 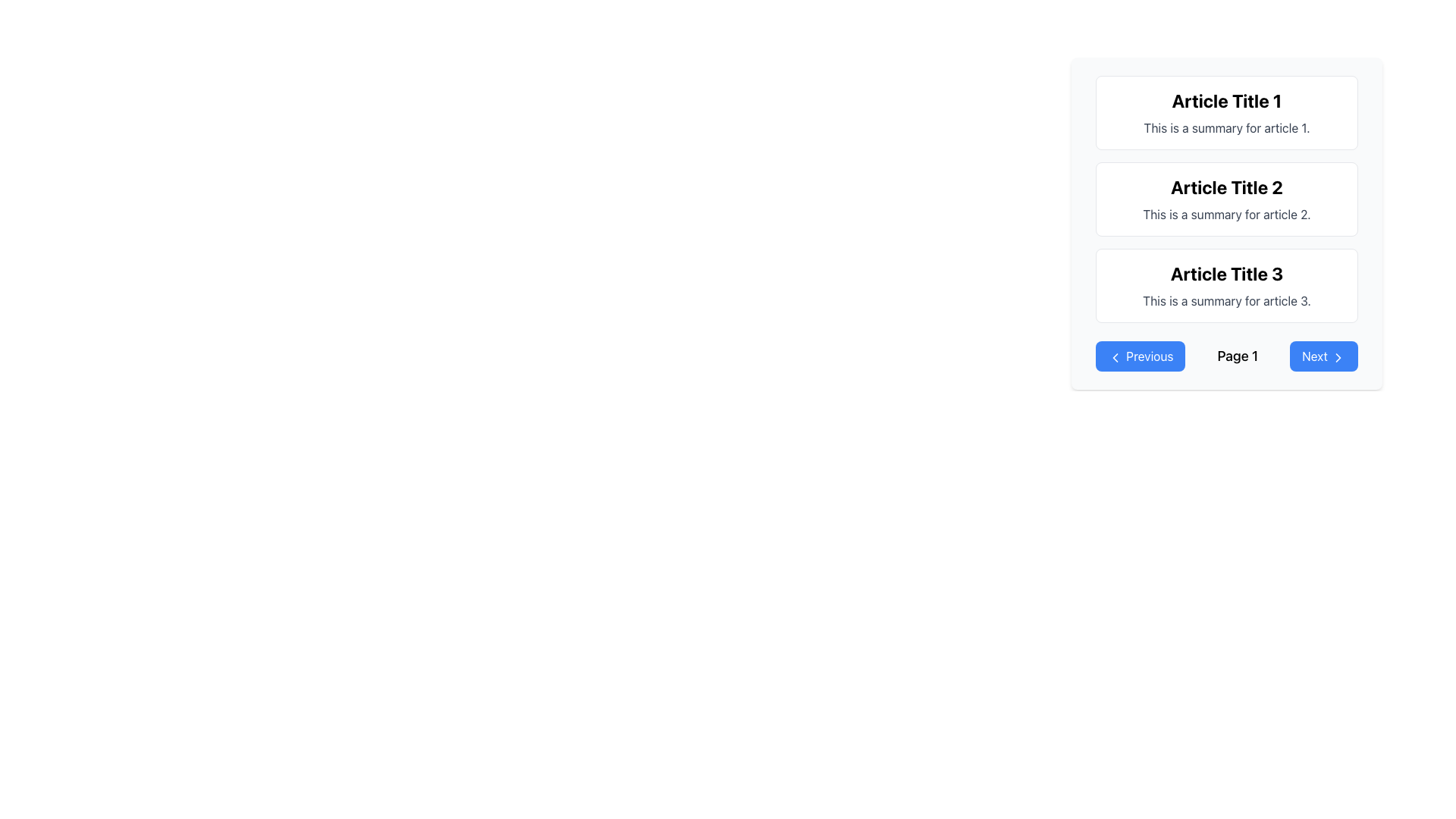 I want to click on the right-pointing chevron icon which is styled with a thin stroke and is positioned adjacent to the 'Next' button, so click(x=1338, y=357).